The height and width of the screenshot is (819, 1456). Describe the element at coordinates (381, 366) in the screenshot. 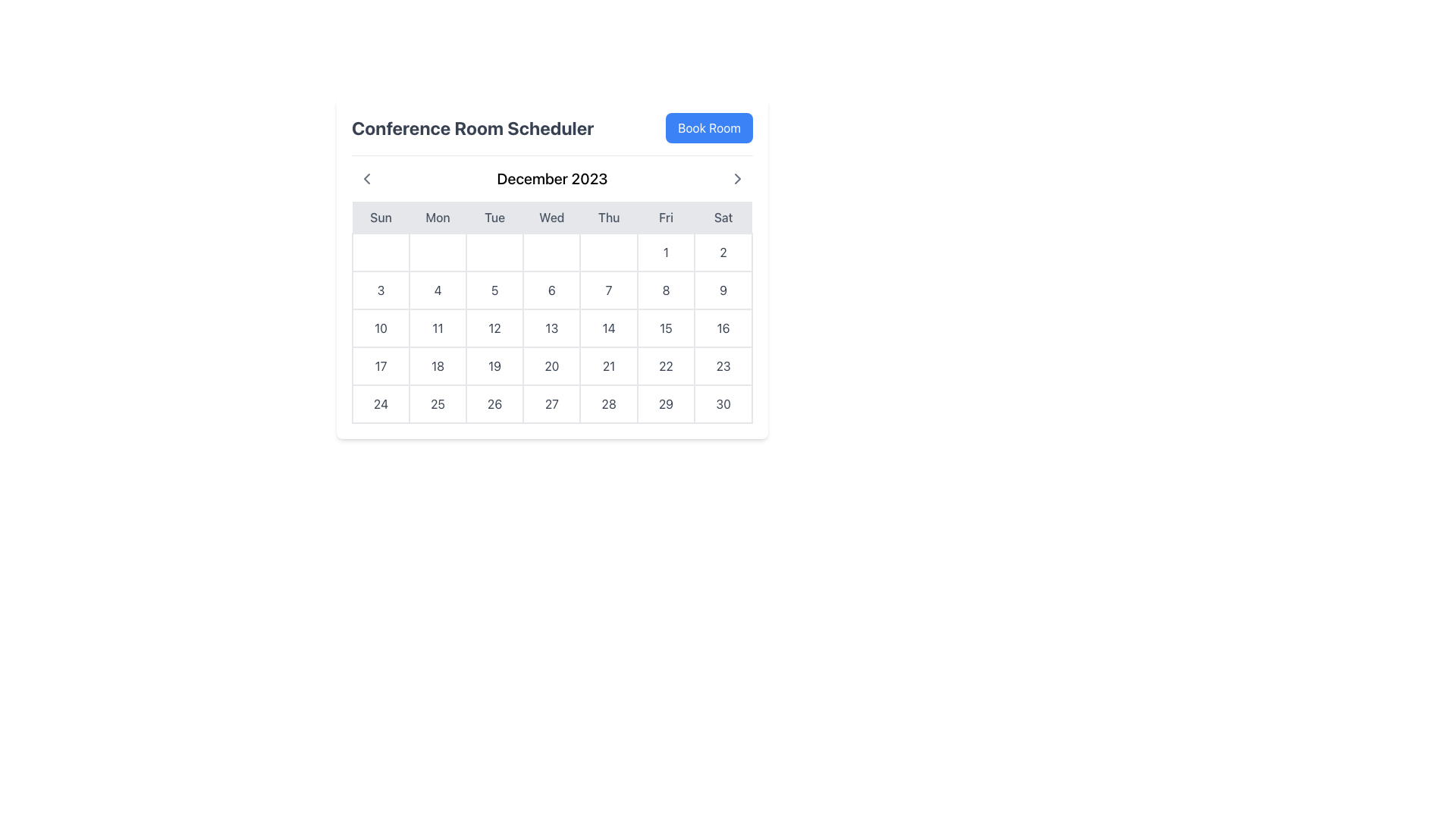

I see `the calendar date cell representing the 17th of the month` at that location.